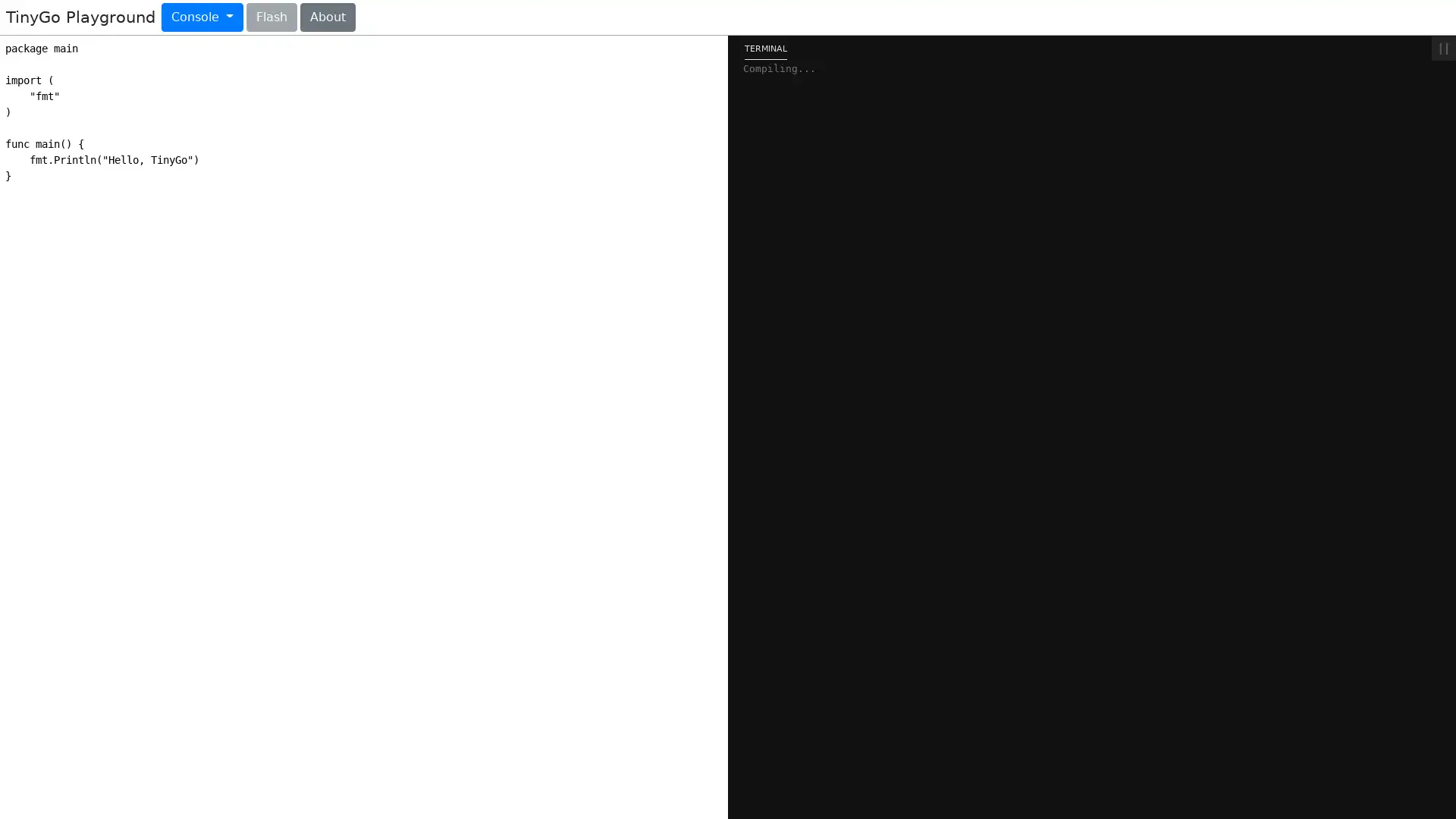 The image size is (1456, 819). I want to click on About, so click(326, 17).